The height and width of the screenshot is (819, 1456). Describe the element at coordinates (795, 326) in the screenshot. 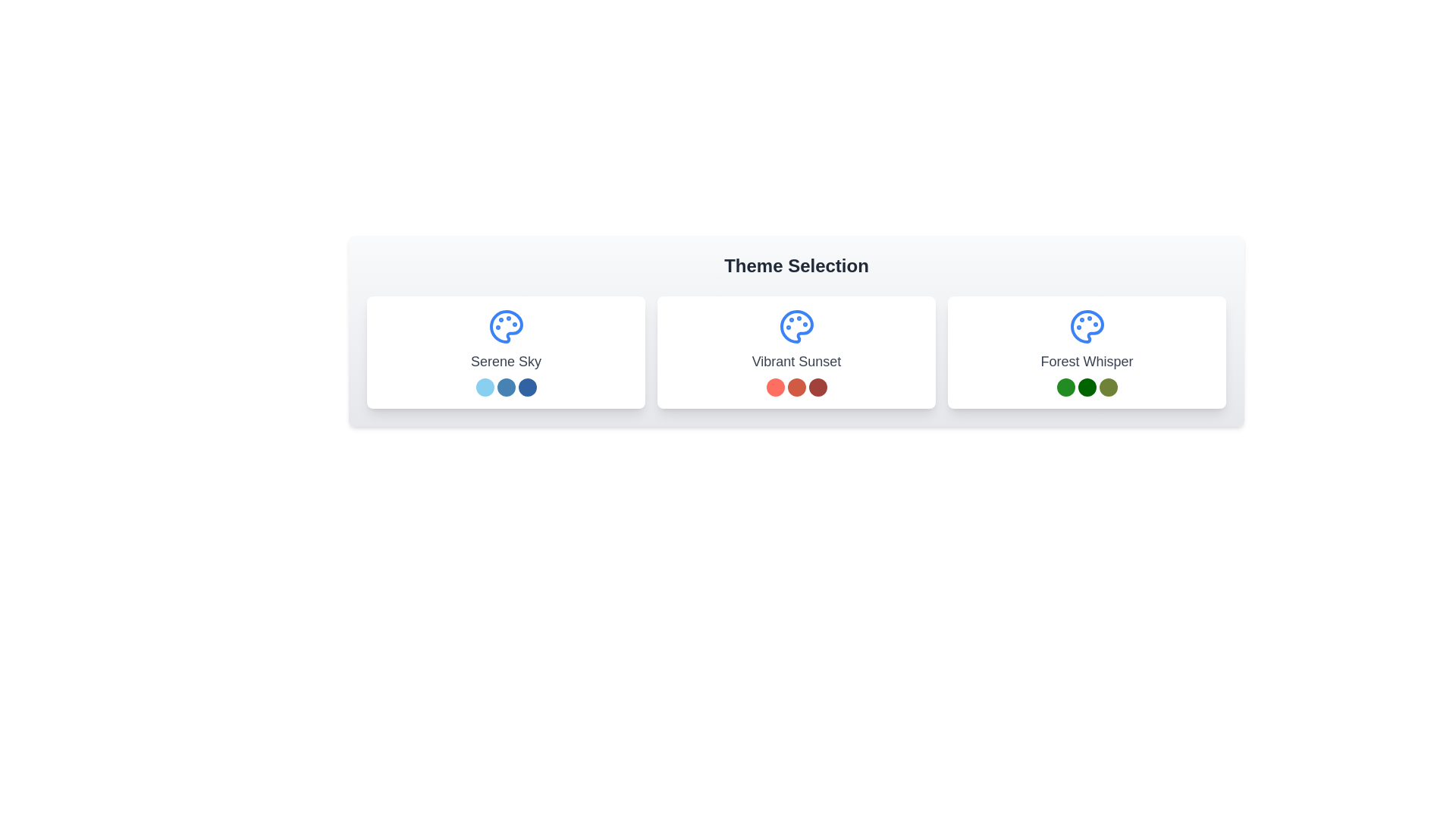

I see `the blue-colored palette icon located at the center of the 'Vibrant Sunset' card` at that location.